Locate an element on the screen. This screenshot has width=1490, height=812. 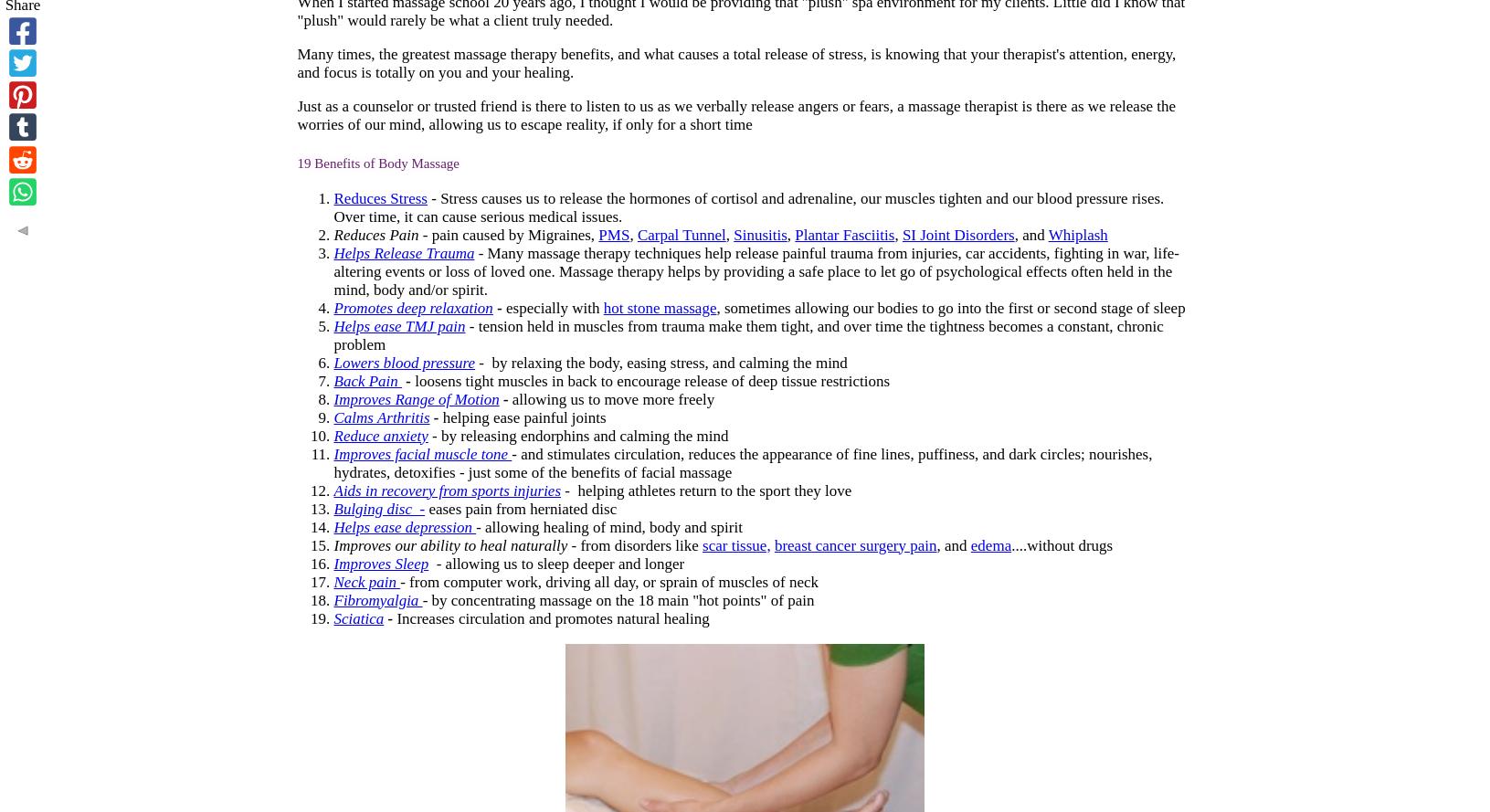
'pain caused by Migraines,' is located at coordinates (513, 234).